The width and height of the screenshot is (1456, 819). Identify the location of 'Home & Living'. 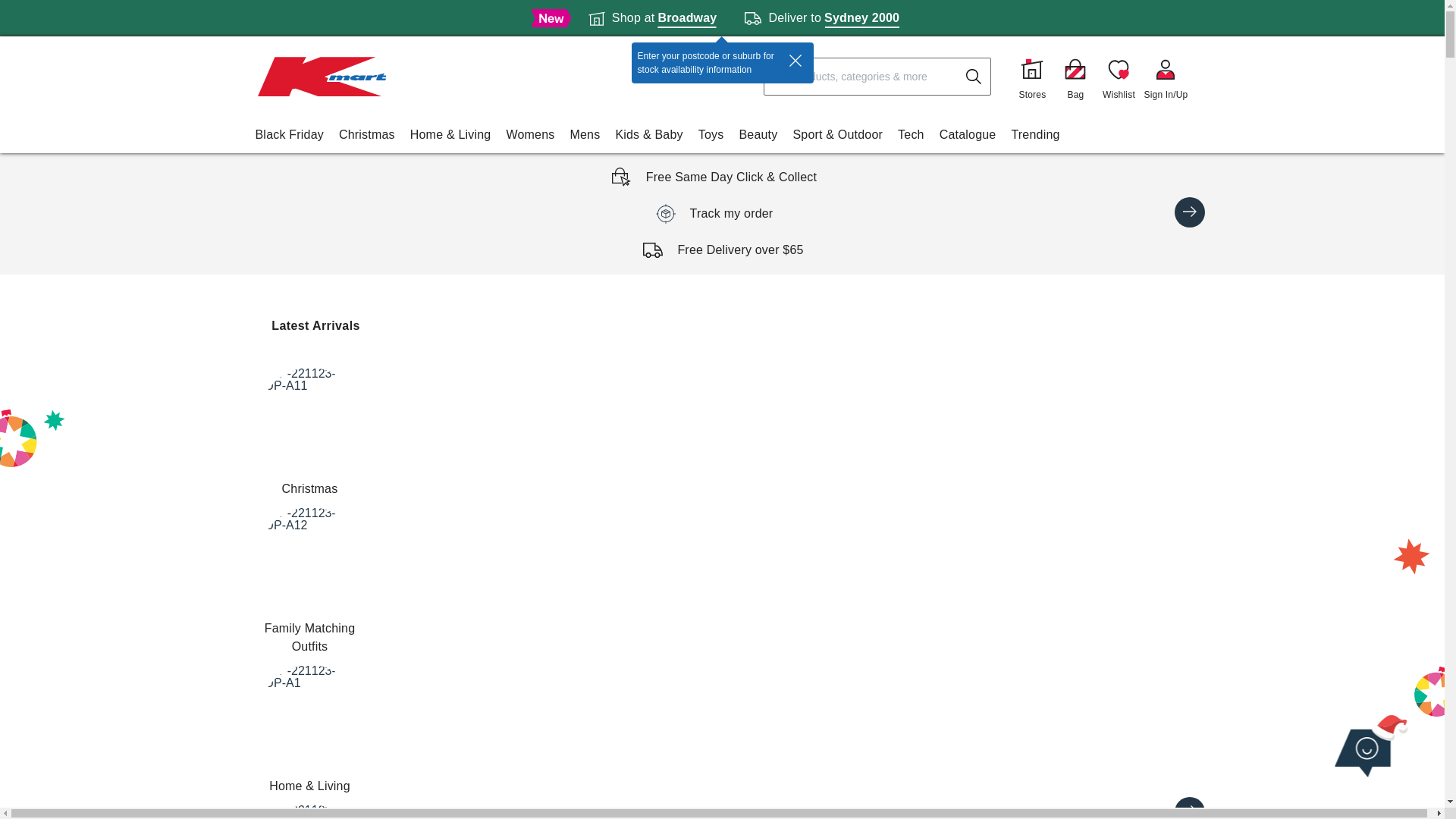
(450, 133).